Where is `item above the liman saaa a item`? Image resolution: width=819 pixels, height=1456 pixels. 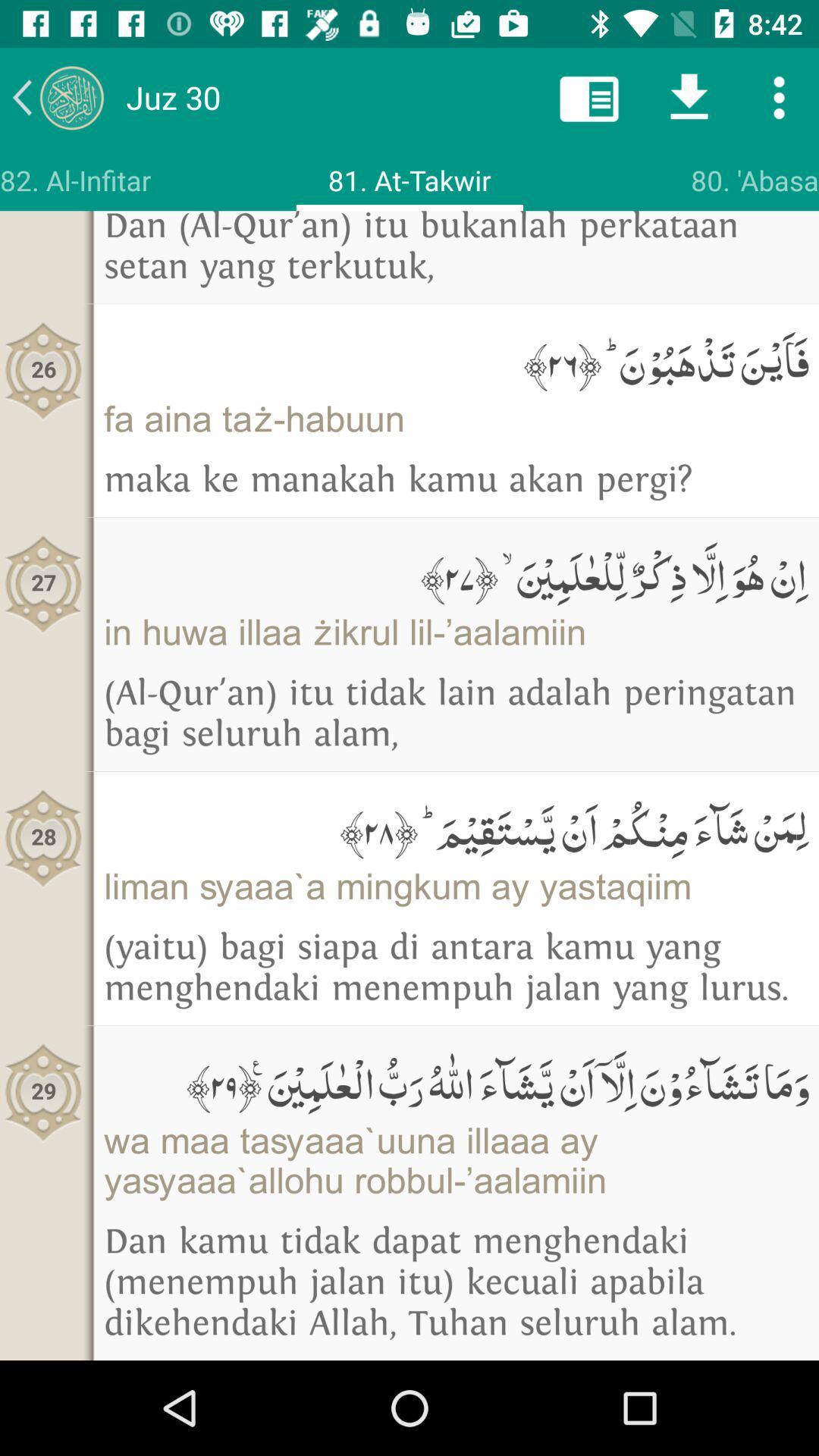
item above the liman saaa a item is located at coordinates (455, 826).